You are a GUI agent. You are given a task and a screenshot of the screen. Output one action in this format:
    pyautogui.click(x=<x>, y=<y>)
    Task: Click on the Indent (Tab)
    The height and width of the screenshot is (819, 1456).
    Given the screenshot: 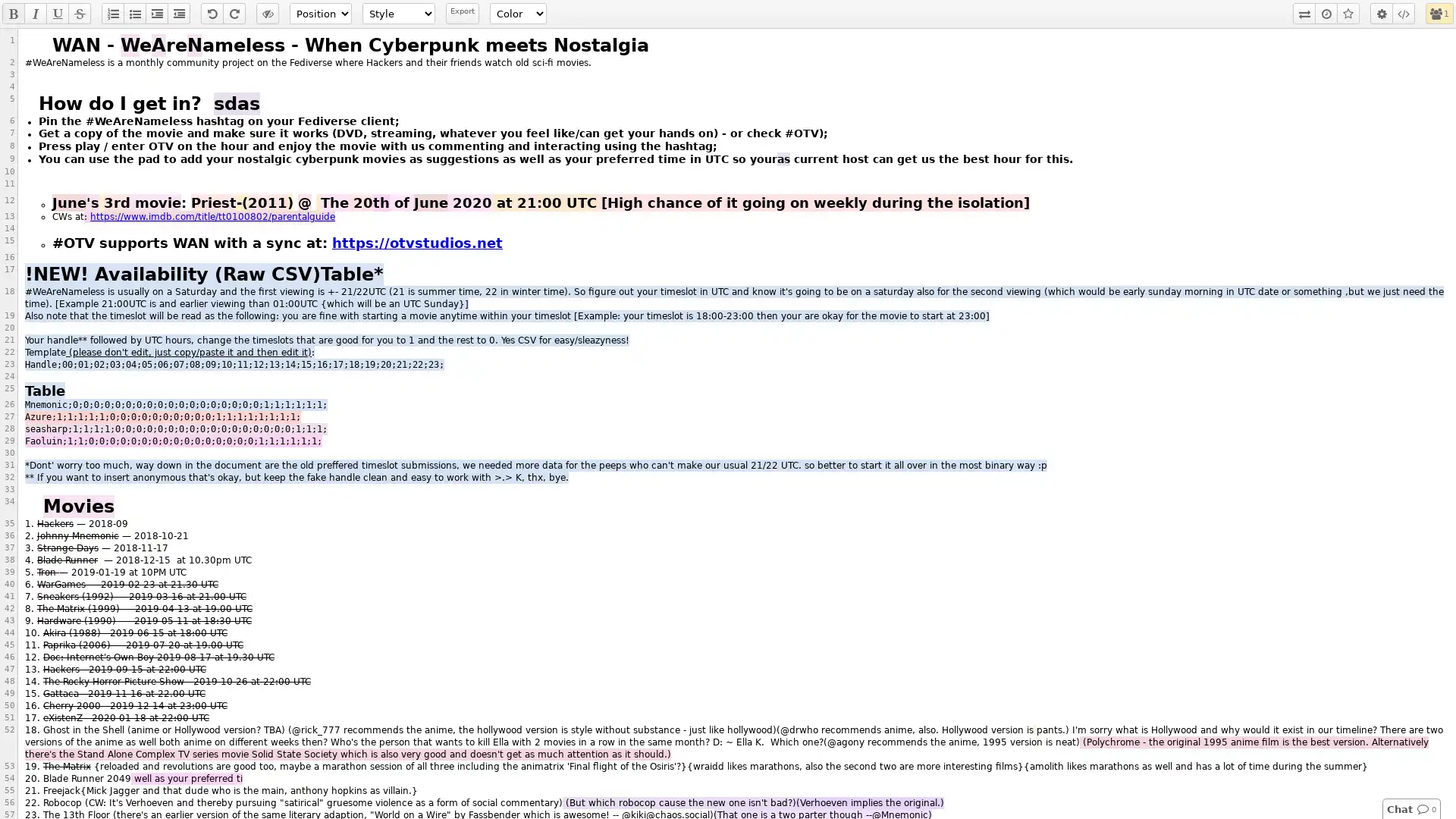 What is the action you would take?
    pyautogui.click(x=156, y=14)
    